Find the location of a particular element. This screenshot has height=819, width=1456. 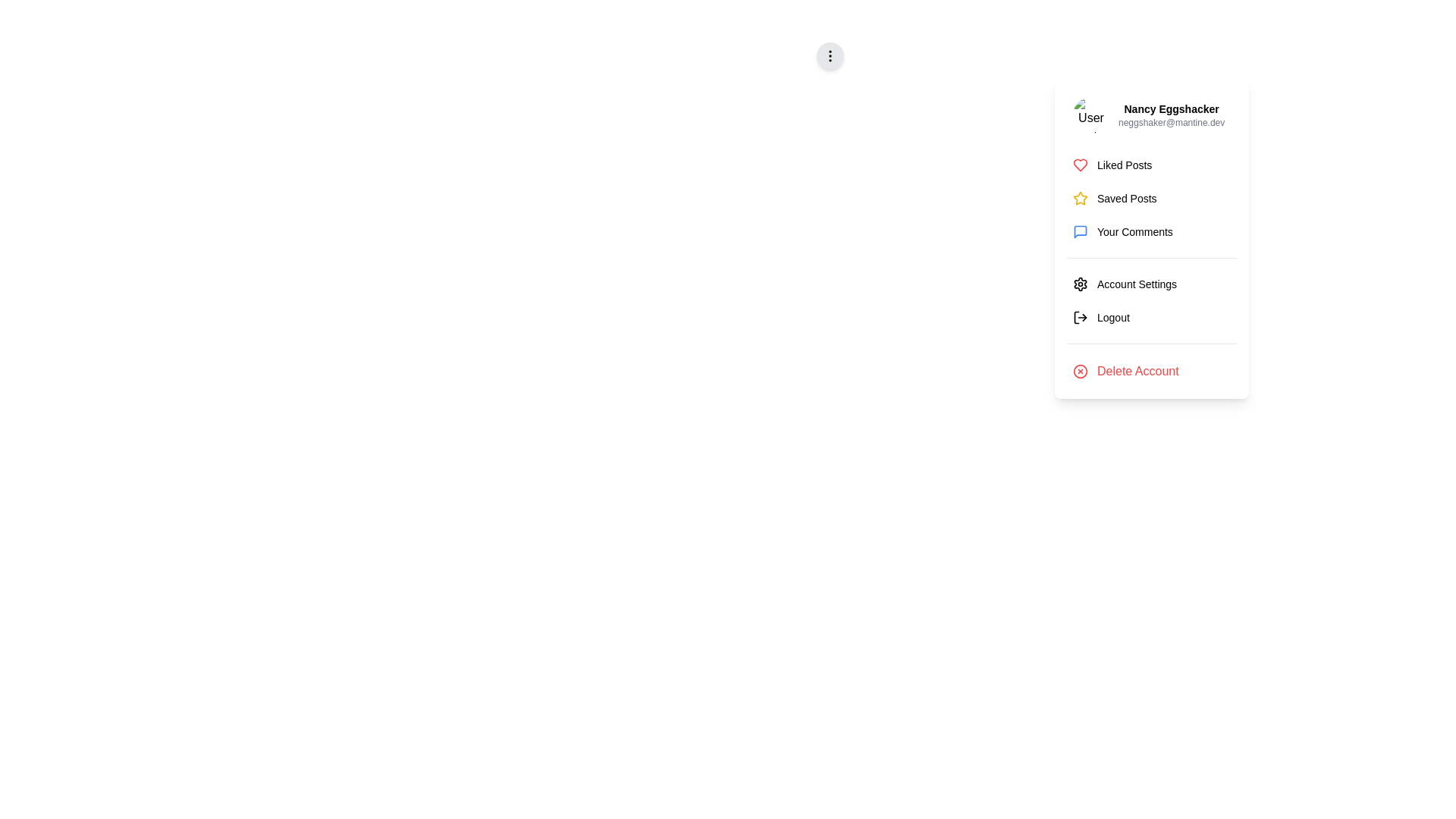

the 'Saved Posts' icon, which is the second option in the vertical list of menu items is located at coordinates (1080, 198).